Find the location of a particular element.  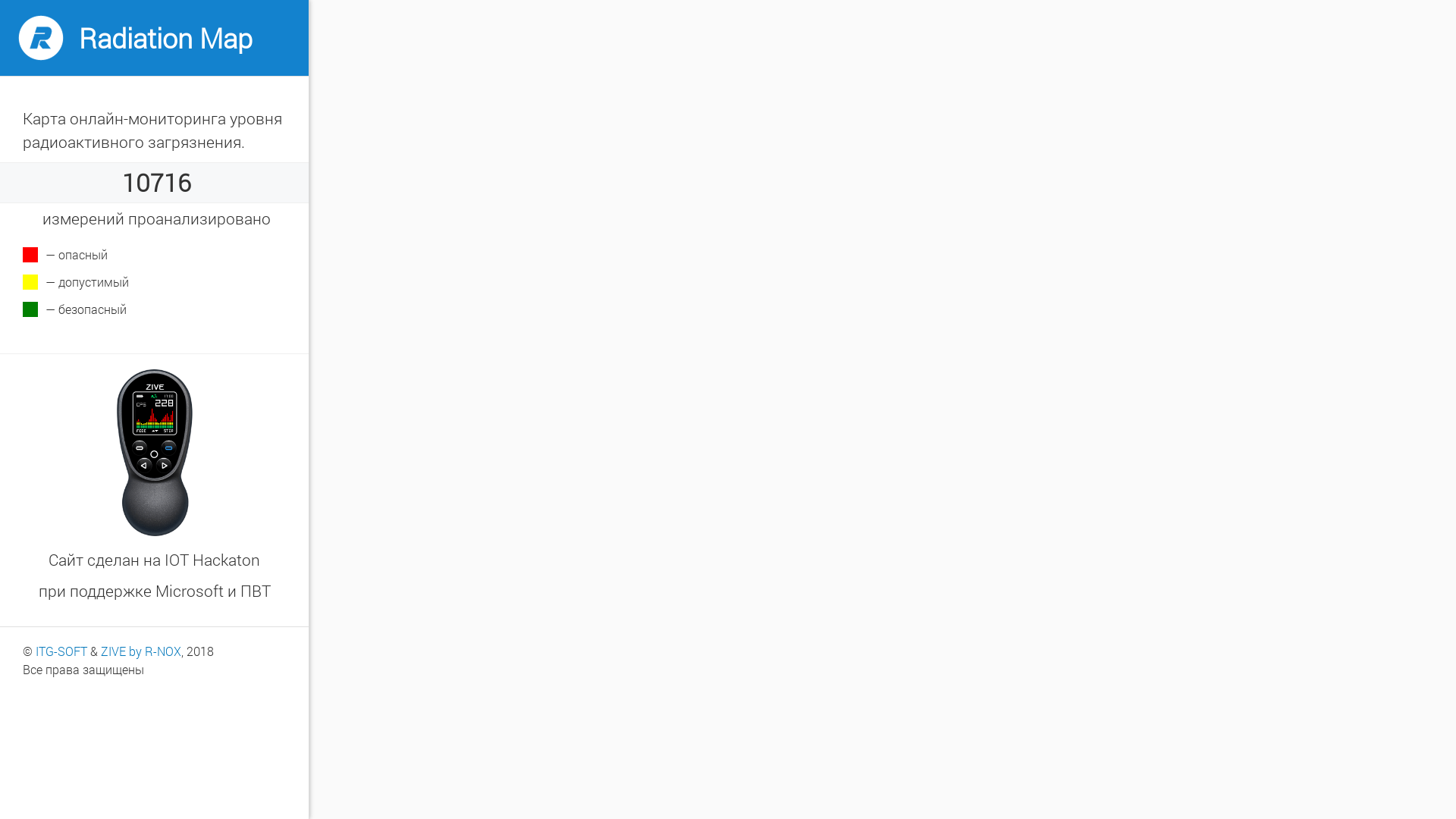

'ZIVE' is located at coordinates (18, 37).